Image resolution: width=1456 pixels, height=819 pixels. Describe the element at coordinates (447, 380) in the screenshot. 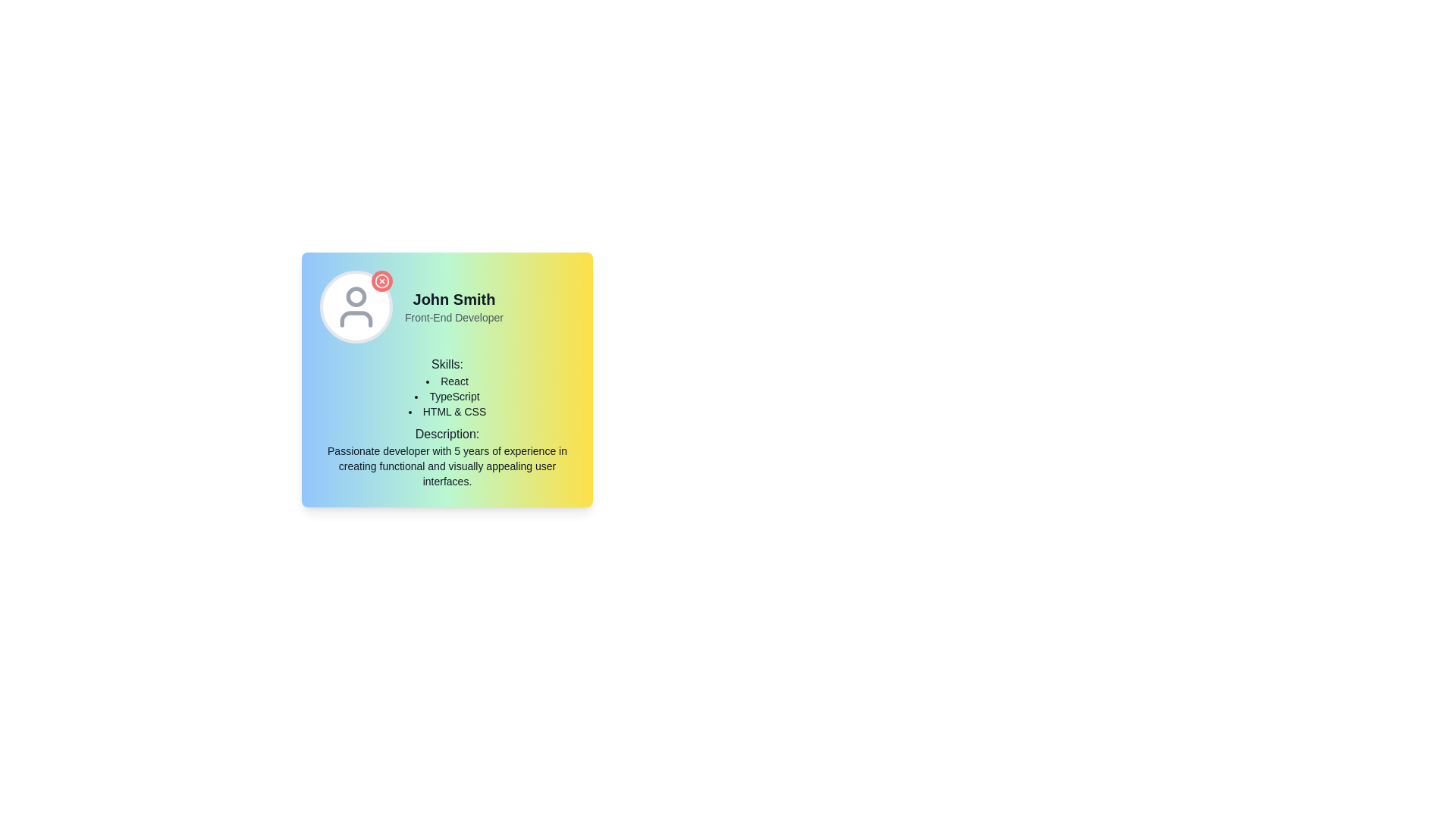

I see `text content of the first bullet list item 'React' under the 'Skills' heading, which is styled with a bullet point on its left and is located in the middle of the card` at that location.